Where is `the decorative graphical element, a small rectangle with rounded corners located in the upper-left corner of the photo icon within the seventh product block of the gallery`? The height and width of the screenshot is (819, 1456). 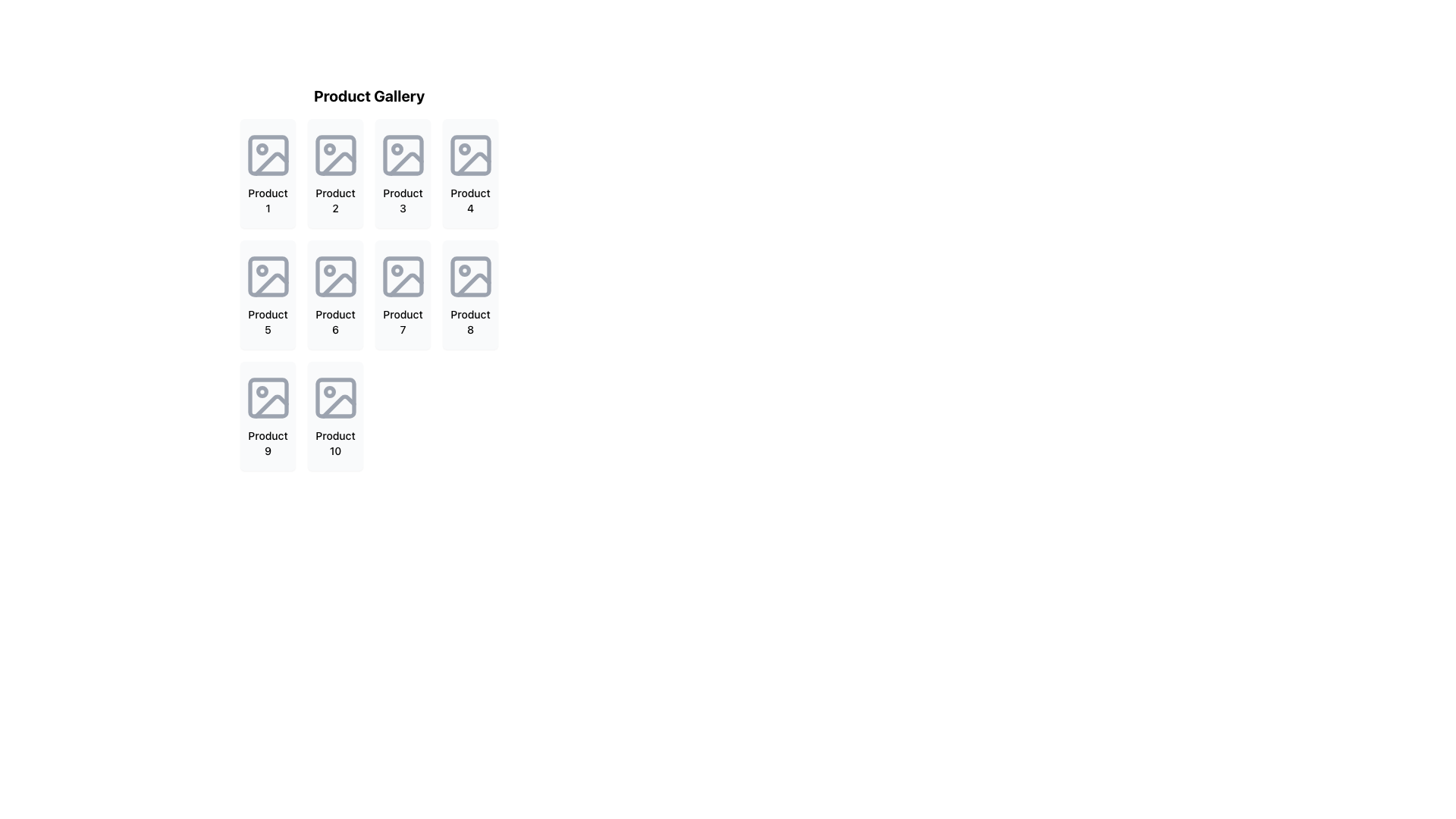 the decorative graphical element, a small rectangle with rounded corners located in the upper-left corner of the photo icon within the seventh product block of the gallery is located at coordinates (403, 277).